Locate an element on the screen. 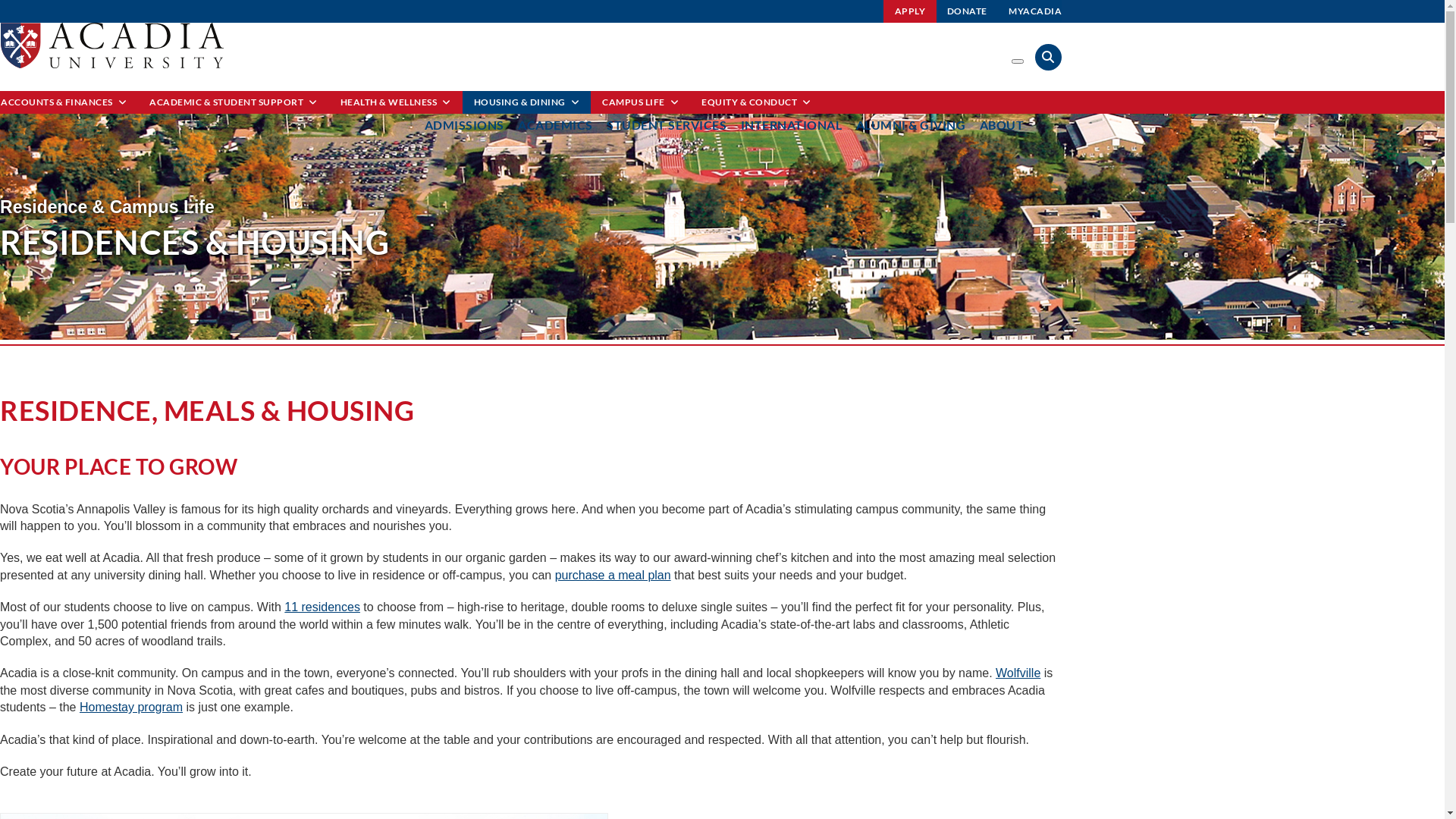 This screenshot has width=1456, height=819. 'EQUITY & CONDUCT' is located at coordinates (756, 102).